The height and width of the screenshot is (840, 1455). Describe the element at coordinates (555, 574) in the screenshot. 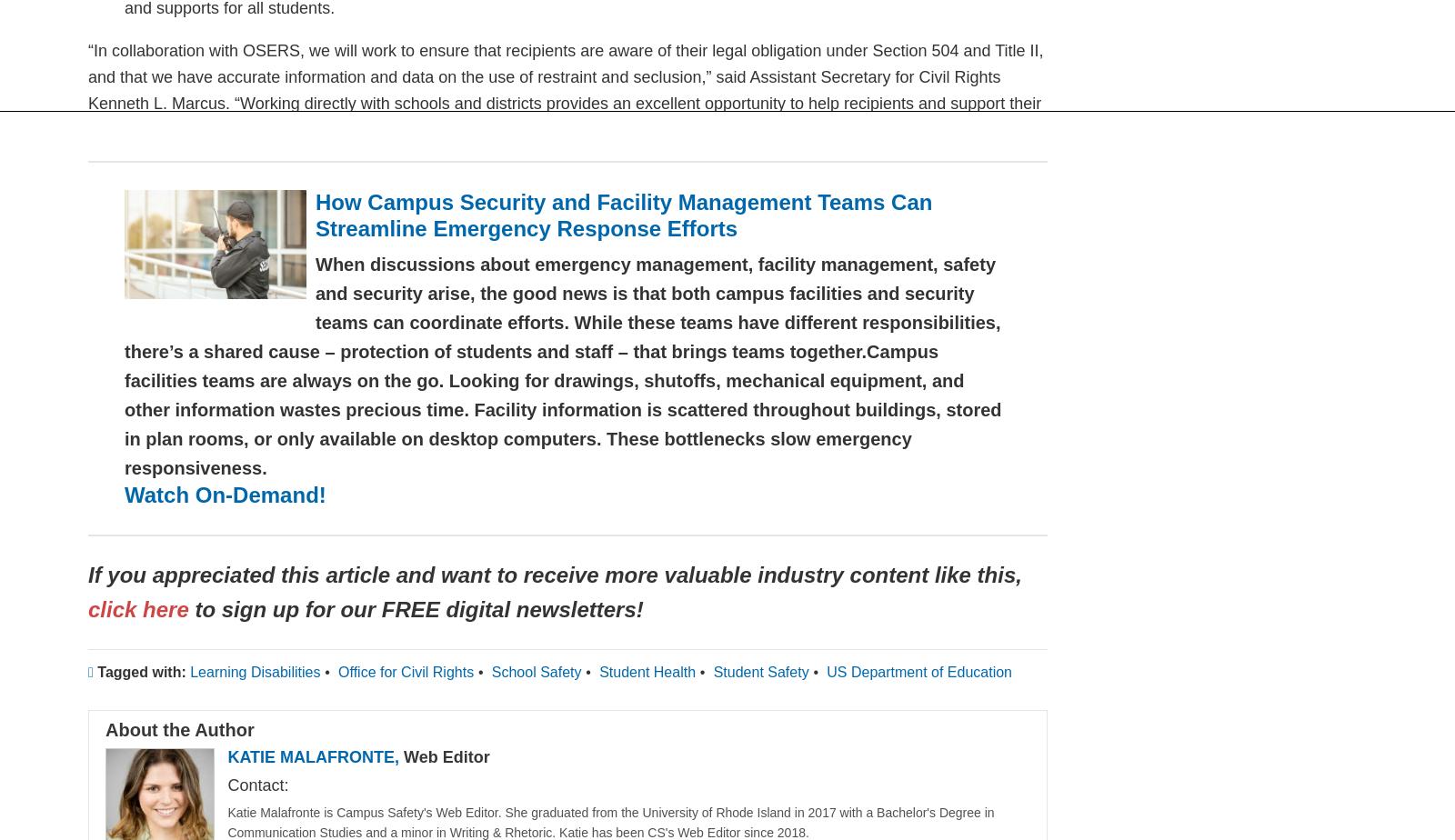

I see `'If you appreciated this article and want to receive more valuable industry content like this,'` at that location.